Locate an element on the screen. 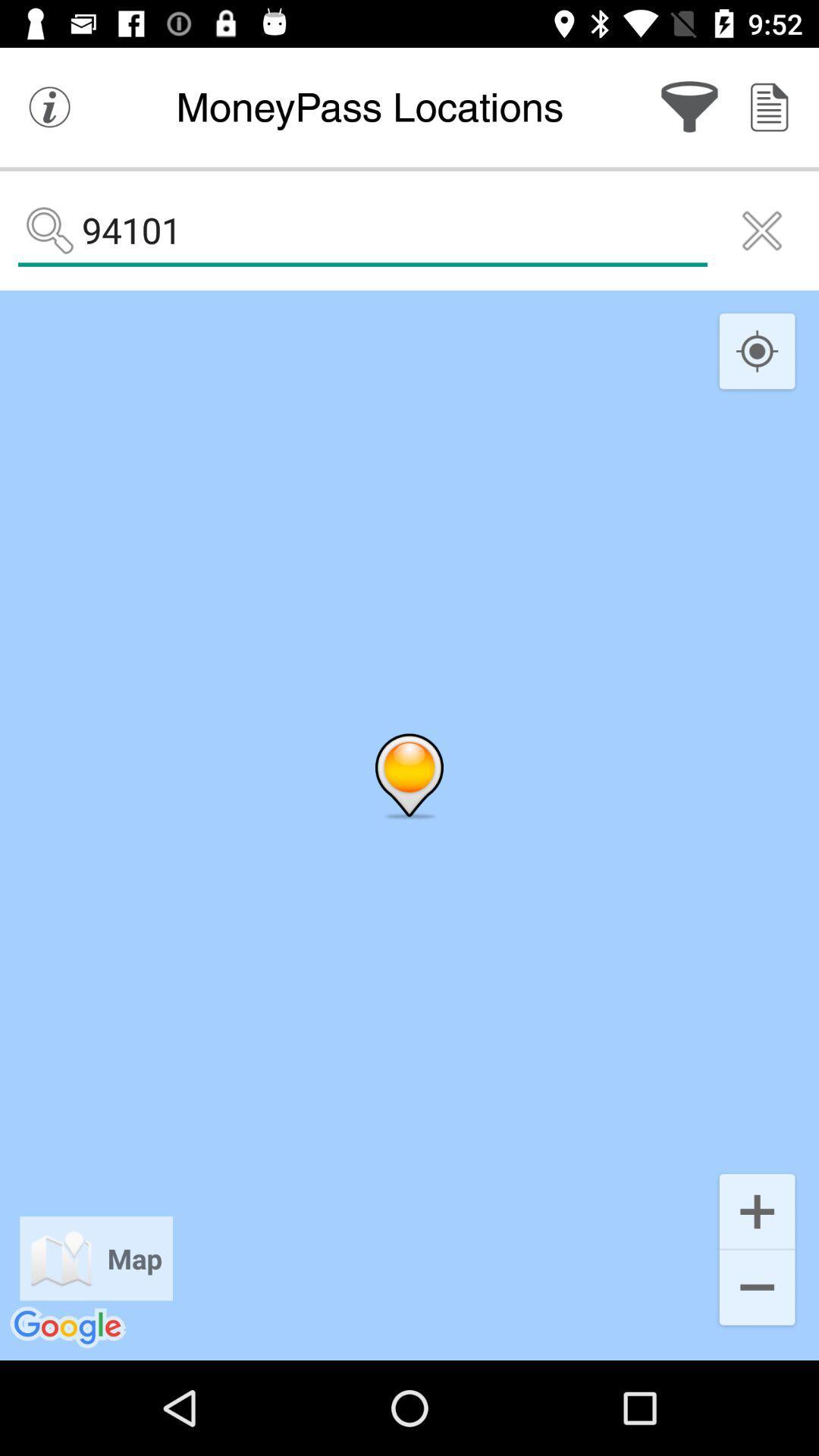  the info icon is located at coordinates (49, 107).